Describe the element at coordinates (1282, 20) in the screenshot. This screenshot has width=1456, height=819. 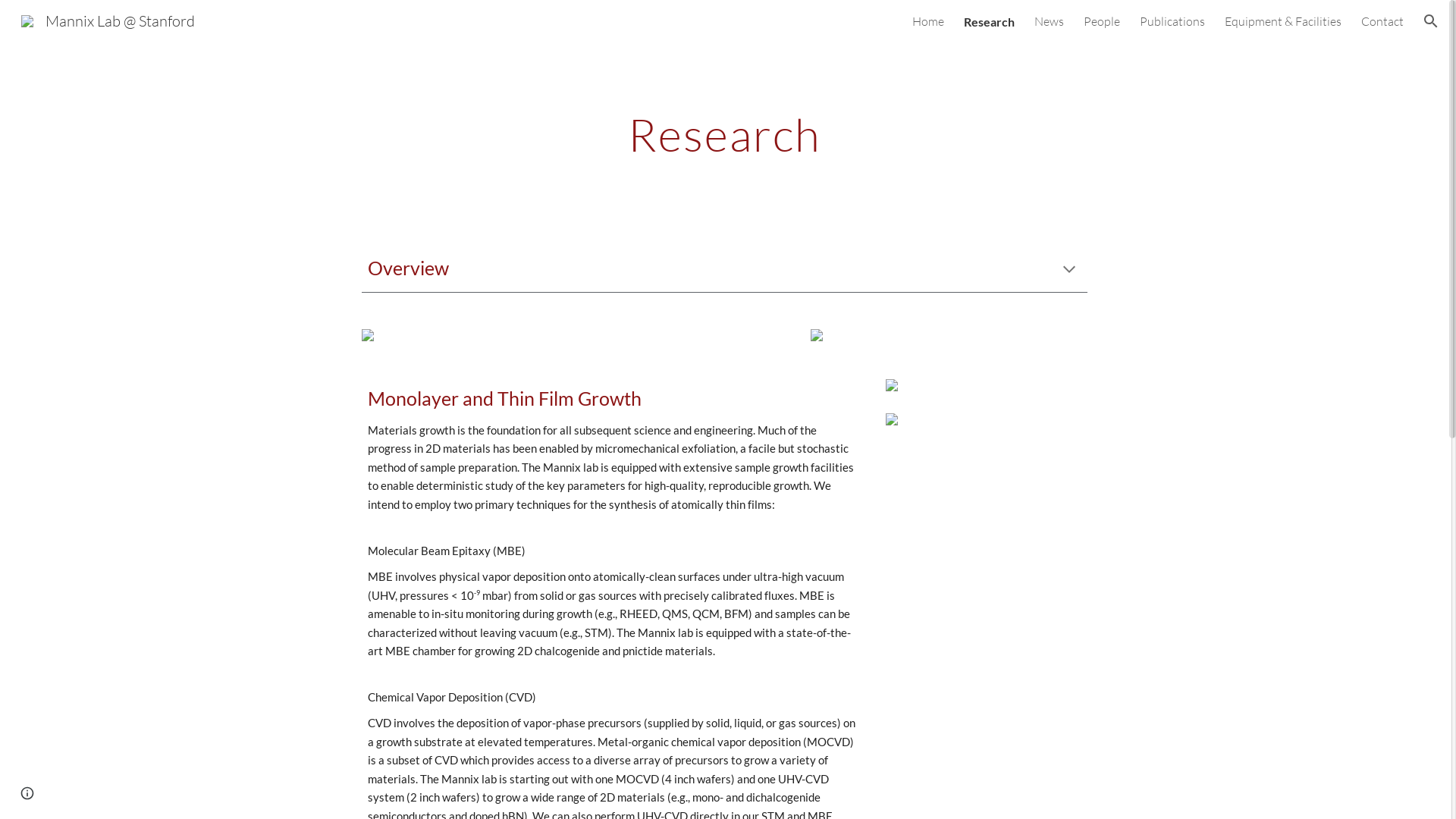
I see `'Equipment & Facilities'` at that location.